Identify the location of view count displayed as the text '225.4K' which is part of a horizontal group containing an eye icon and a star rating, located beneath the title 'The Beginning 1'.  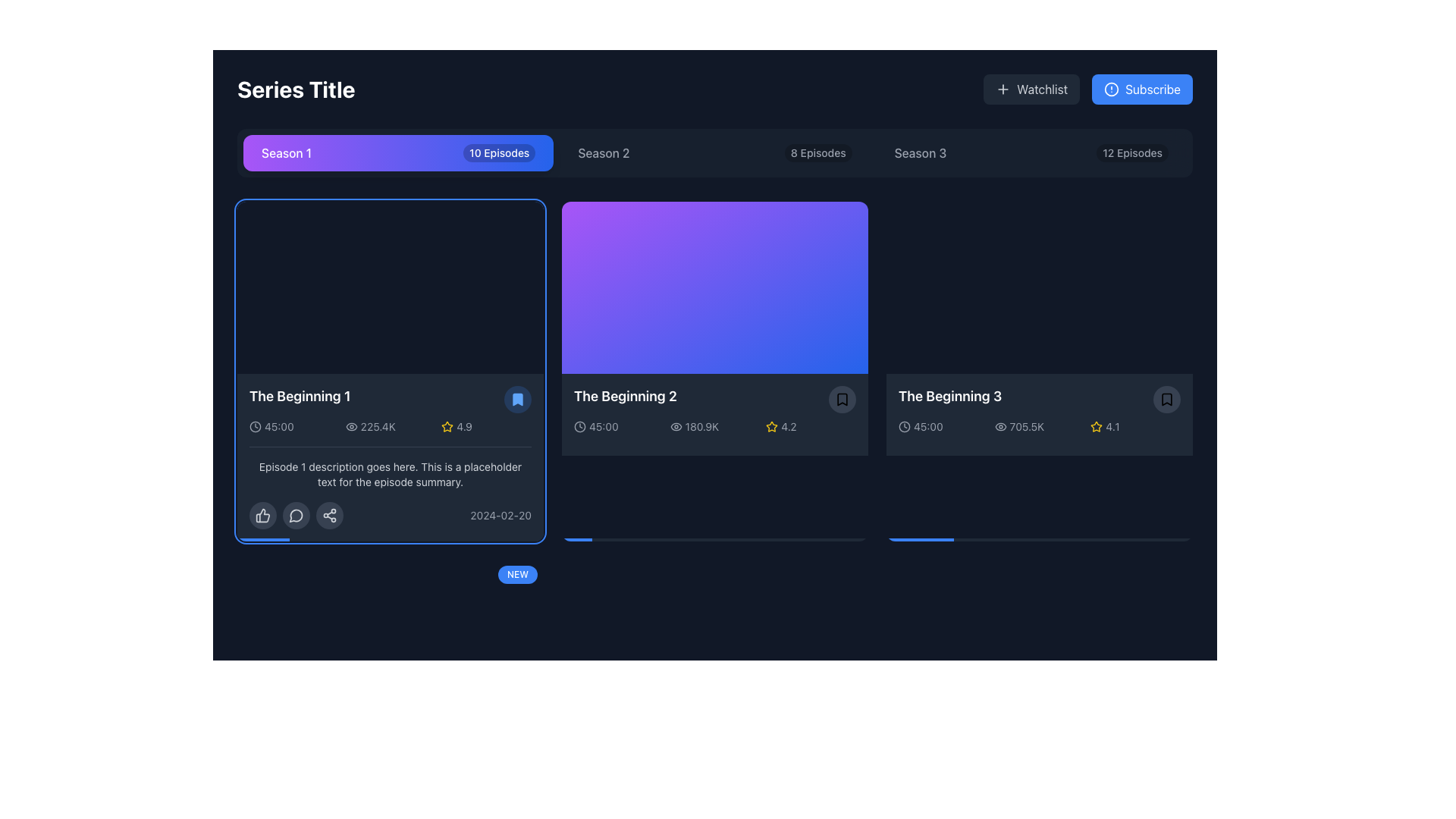
(378, 427).